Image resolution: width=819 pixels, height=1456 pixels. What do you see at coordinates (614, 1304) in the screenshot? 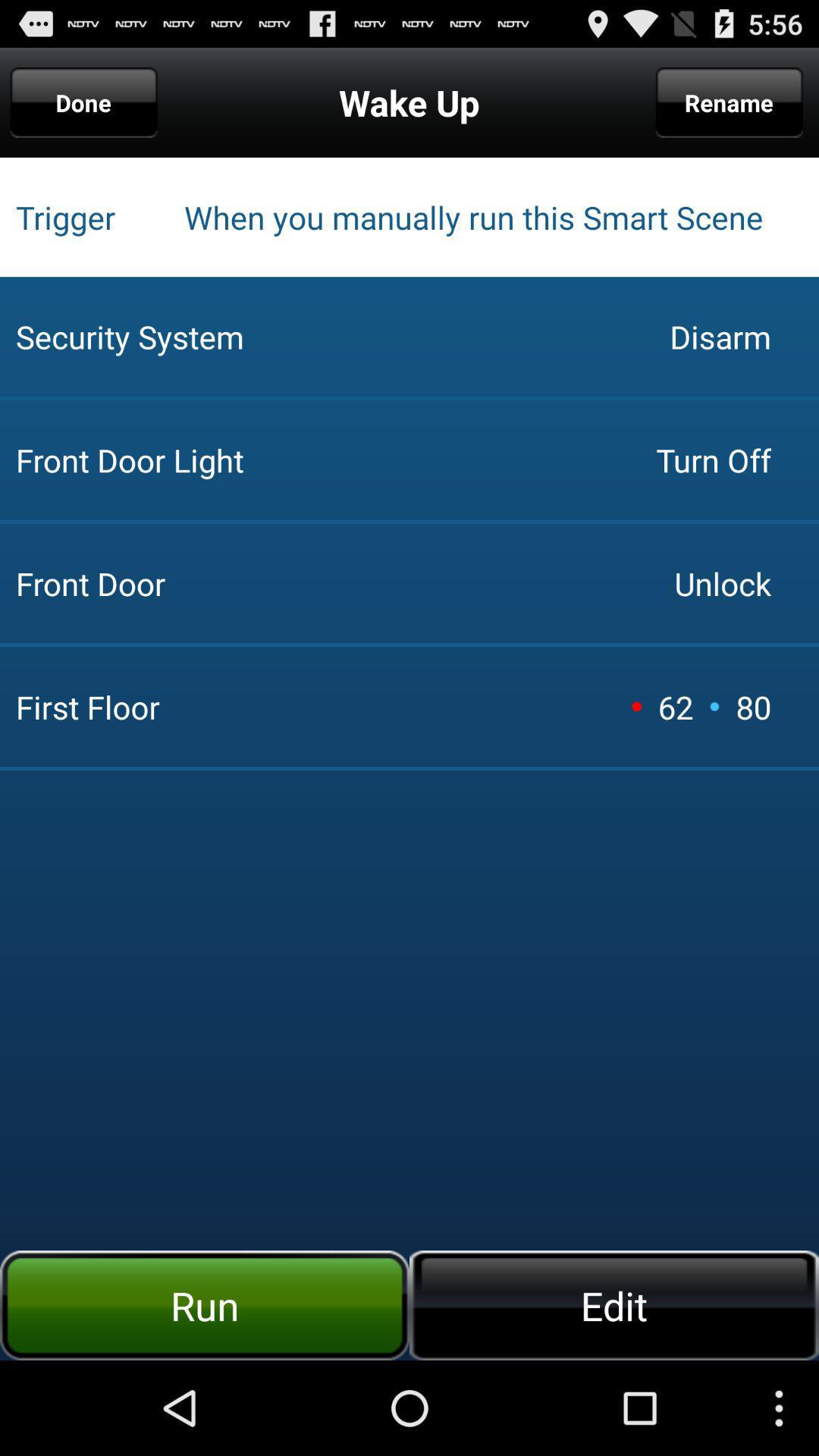
I see `item at the bottom right corner` at bounding box center [614, 1304].